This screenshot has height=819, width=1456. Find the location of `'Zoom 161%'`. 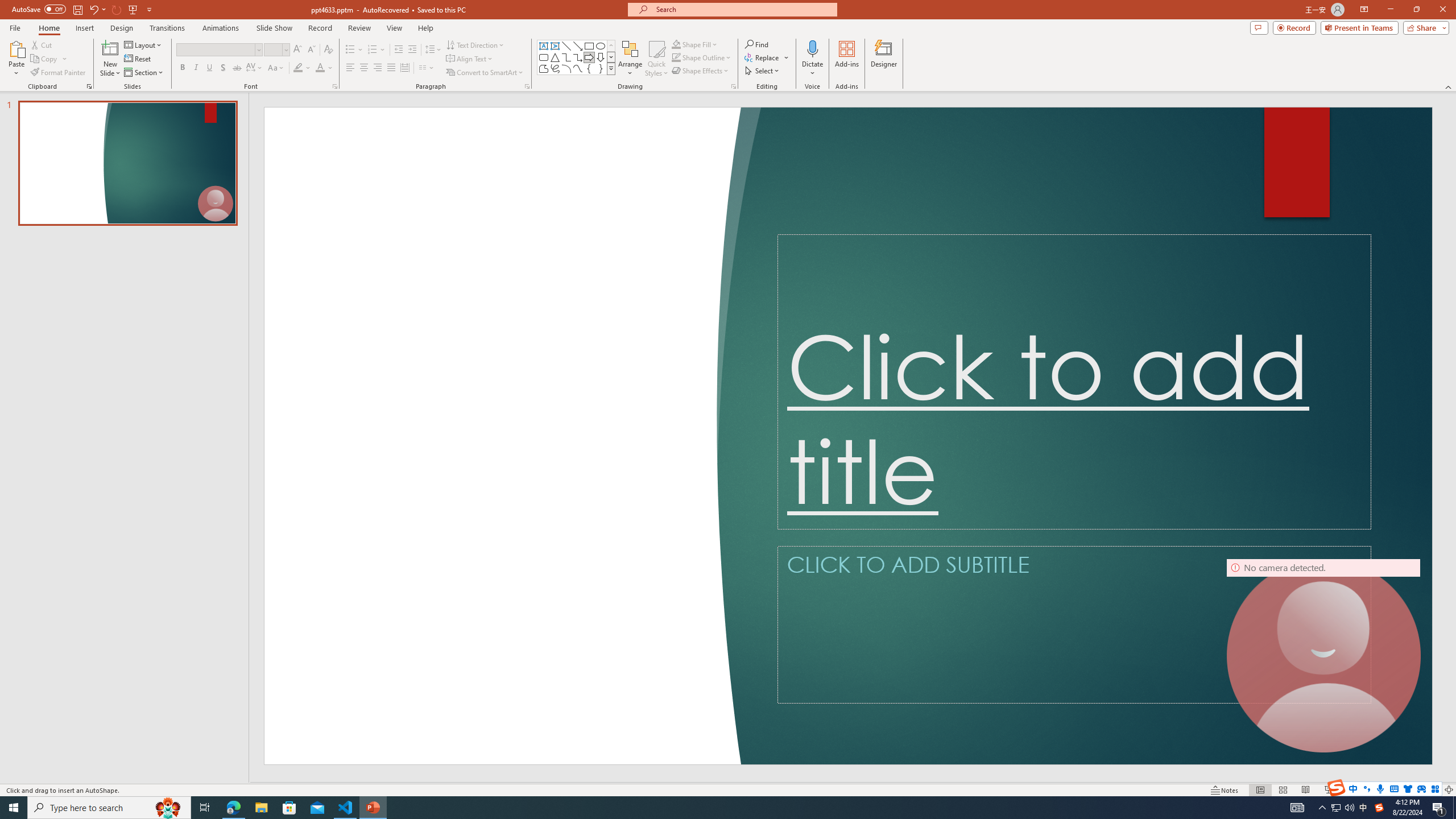

'Zoom 161%' is located at coordinates (1430, 790).